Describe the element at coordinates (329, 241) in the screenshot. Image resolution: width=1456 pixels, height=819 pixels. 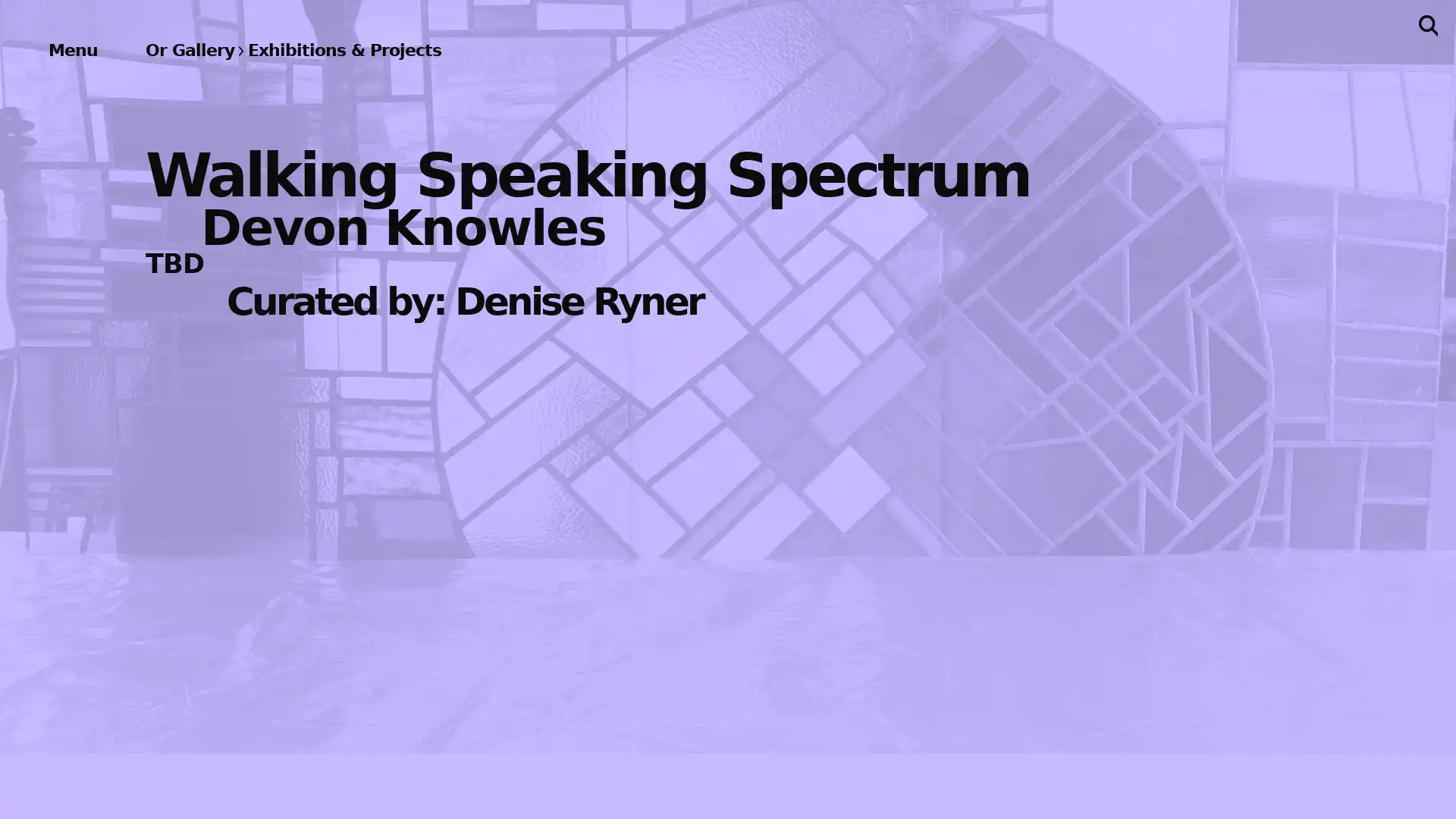
I see `Events` at that location.